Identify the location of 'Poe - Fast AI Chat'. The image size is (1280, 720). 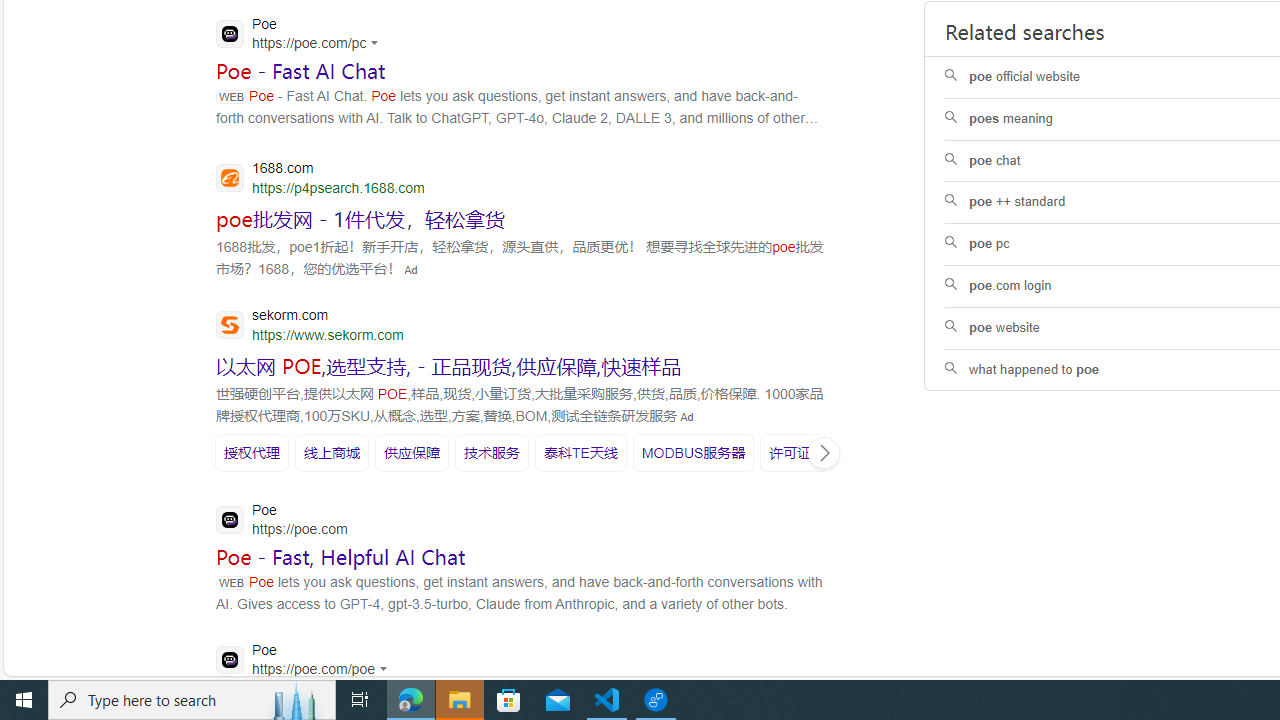
(300, 70).